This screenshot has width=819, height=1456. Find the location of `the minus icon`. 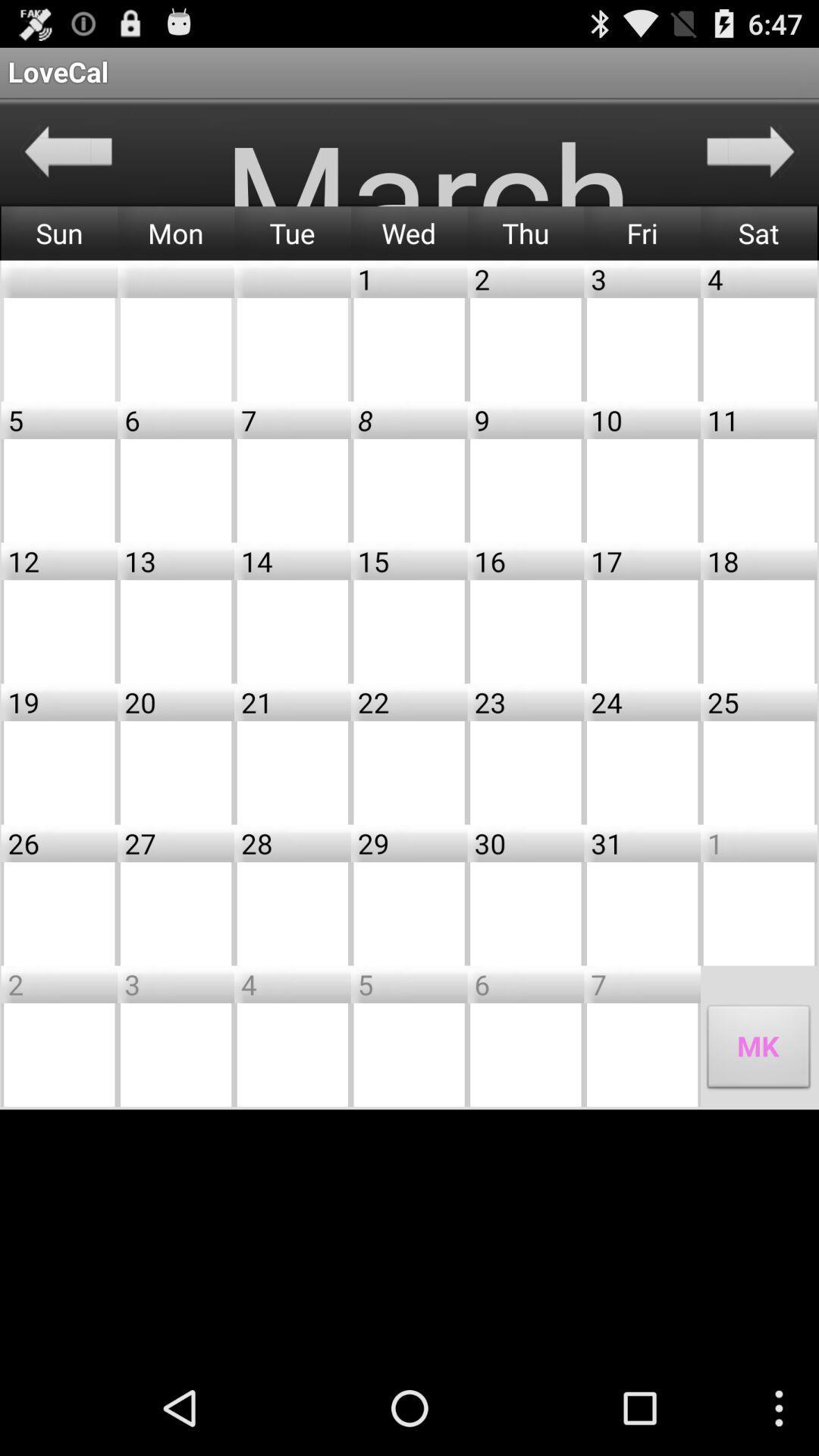

the minus icon is located at coordinates (408, 374).